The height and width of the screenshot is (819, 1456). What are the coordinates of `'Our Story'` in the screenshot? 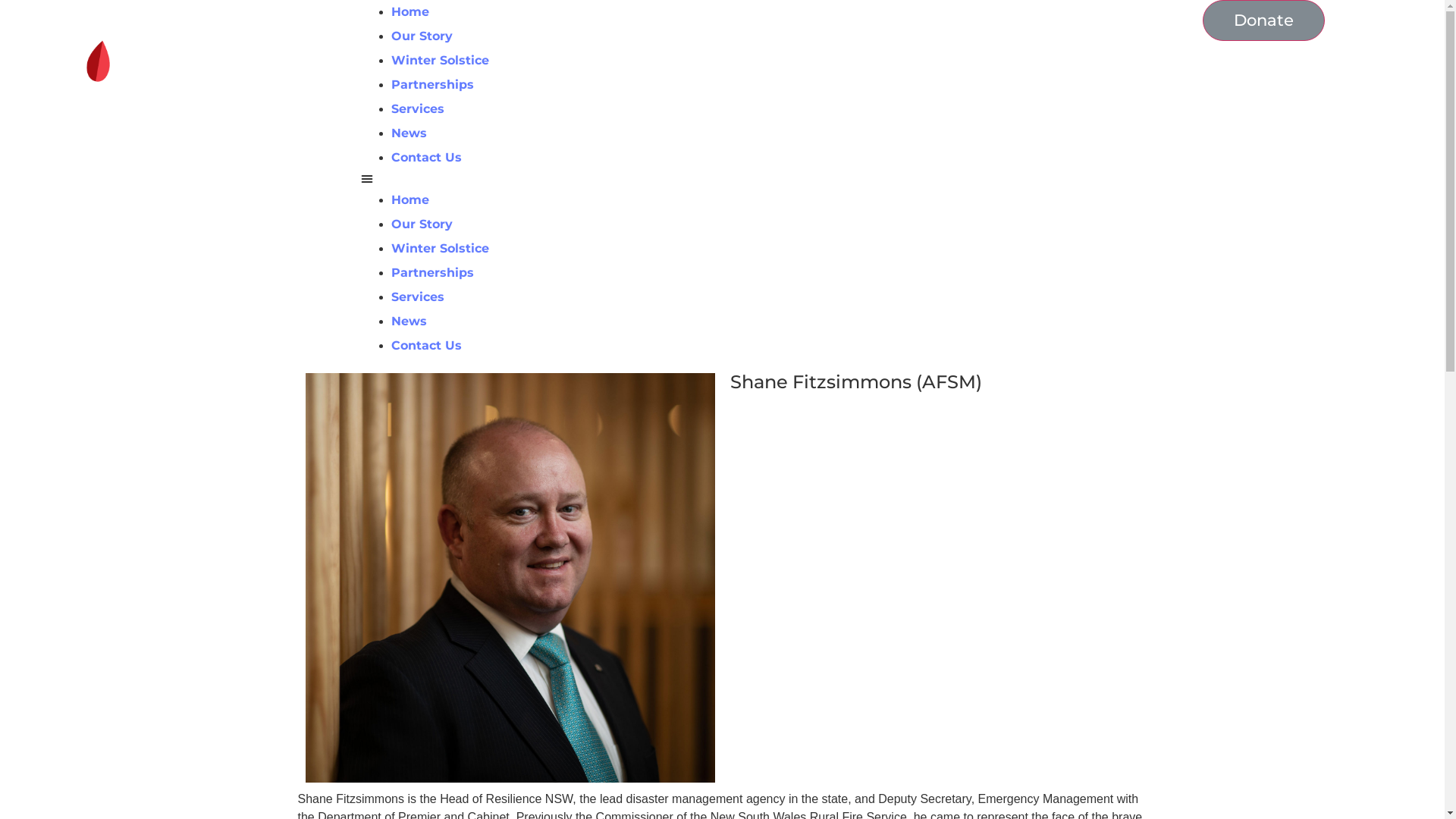 It's located at (422, 224).